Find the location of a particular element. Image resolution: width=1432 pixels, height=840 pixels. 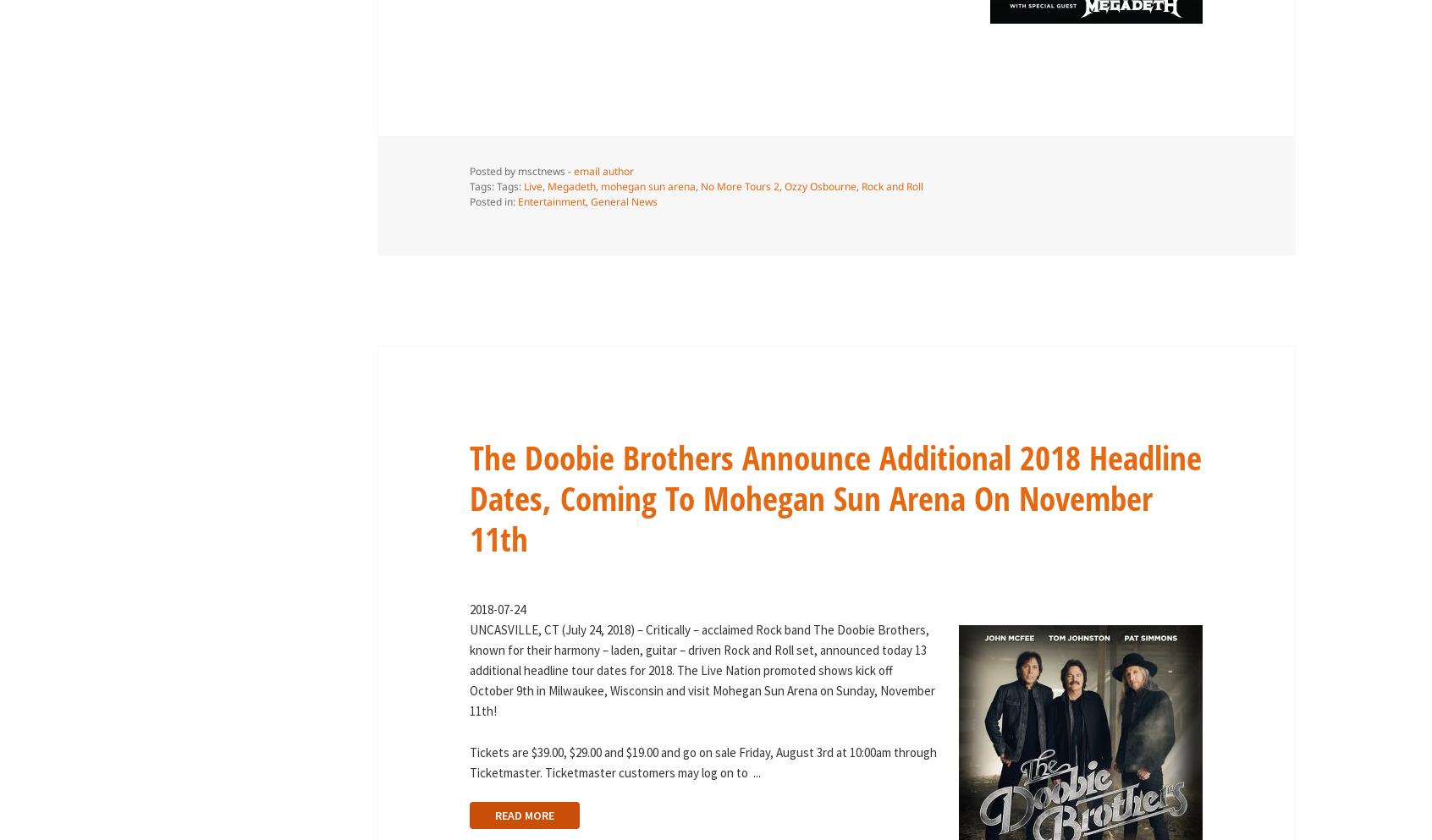

'Tickets are $39.00, $29.00 and $19.00 and go on sale Friday, August 3rd at 10:00am through Ticketmaster. Ticketmaster customers may log on to' is located at coordinates (468, 762).